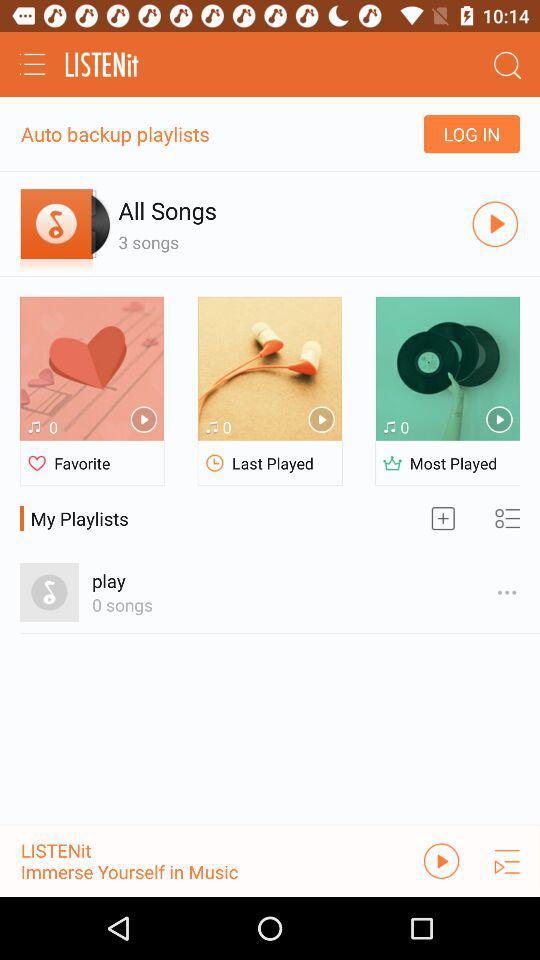 The image size is (540, 960). I want to click on the options icon which is beside play, so click(507, 592).